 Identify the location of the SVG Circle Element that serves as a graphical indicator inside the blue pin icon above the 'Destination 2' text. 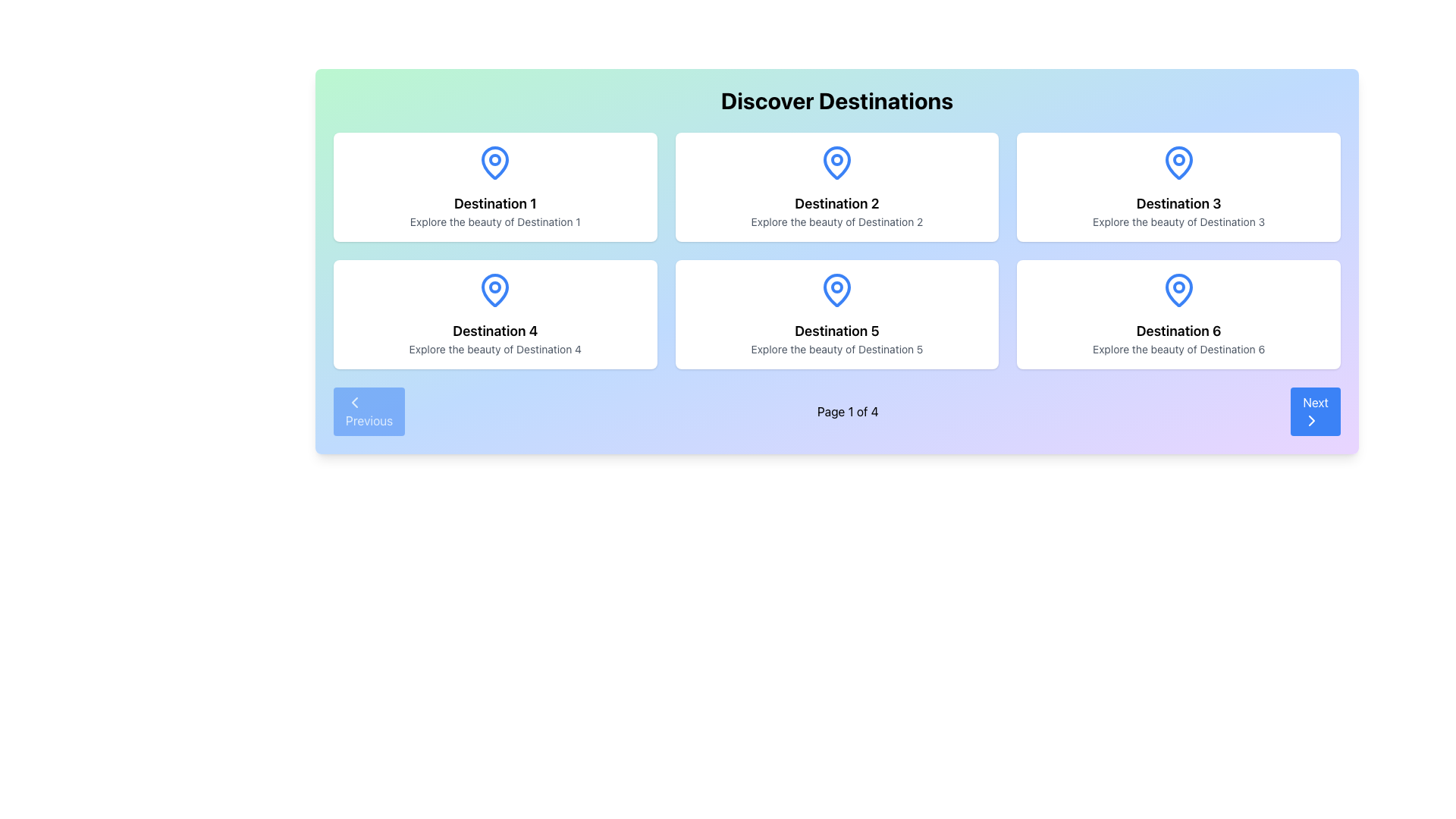
(836, 160).